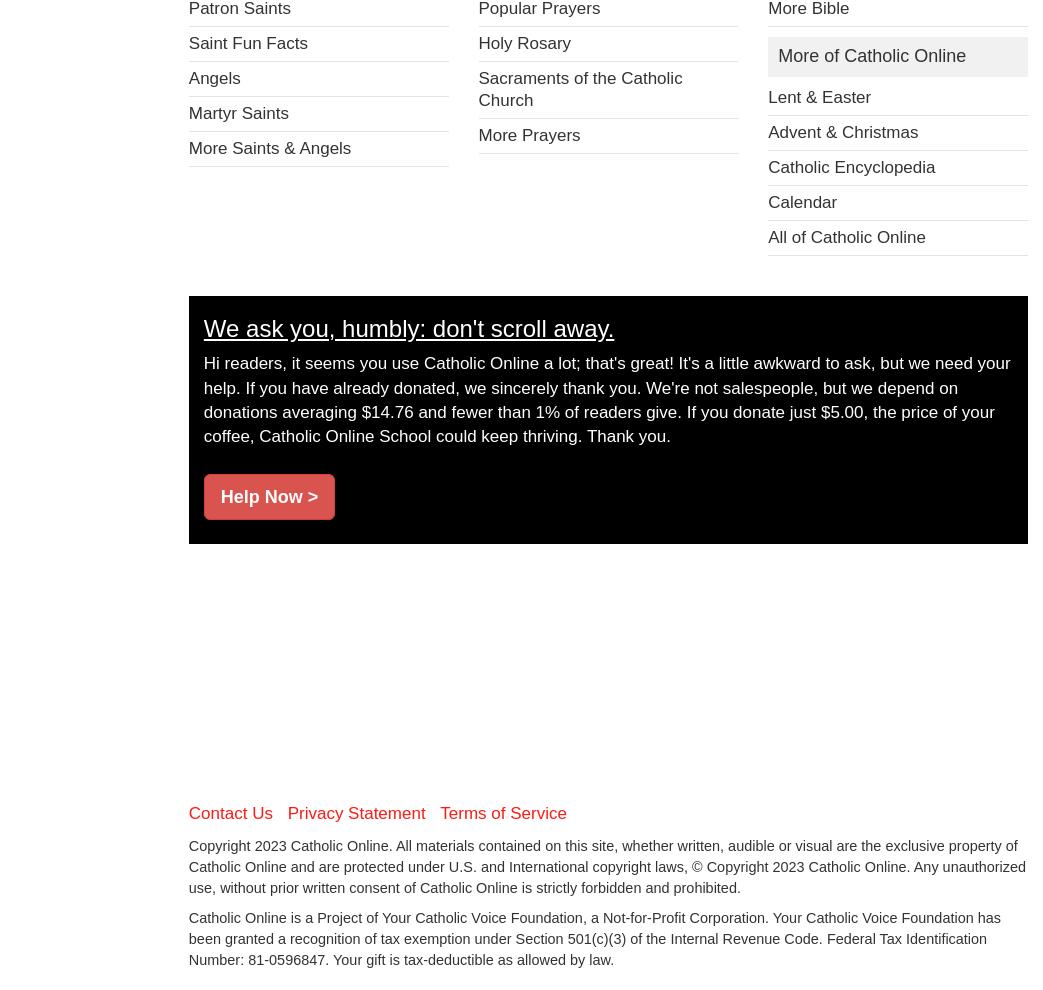  What do you see at coordinates (594, 937) in the screenshot?
I see `'Catholic Online is a Project of Your Catholic Voice Foundation, a Not-for-Profit Corporation. Your Catholic Voice Foundation has been granted a recognition of tax exemption under Section 501(c)(3) of the Internal Revenue Code. Federal Tax Identification Number: 81-0596847. Your gift is tax-deductible as allowed by law.'` at bounding box center [594, 937].